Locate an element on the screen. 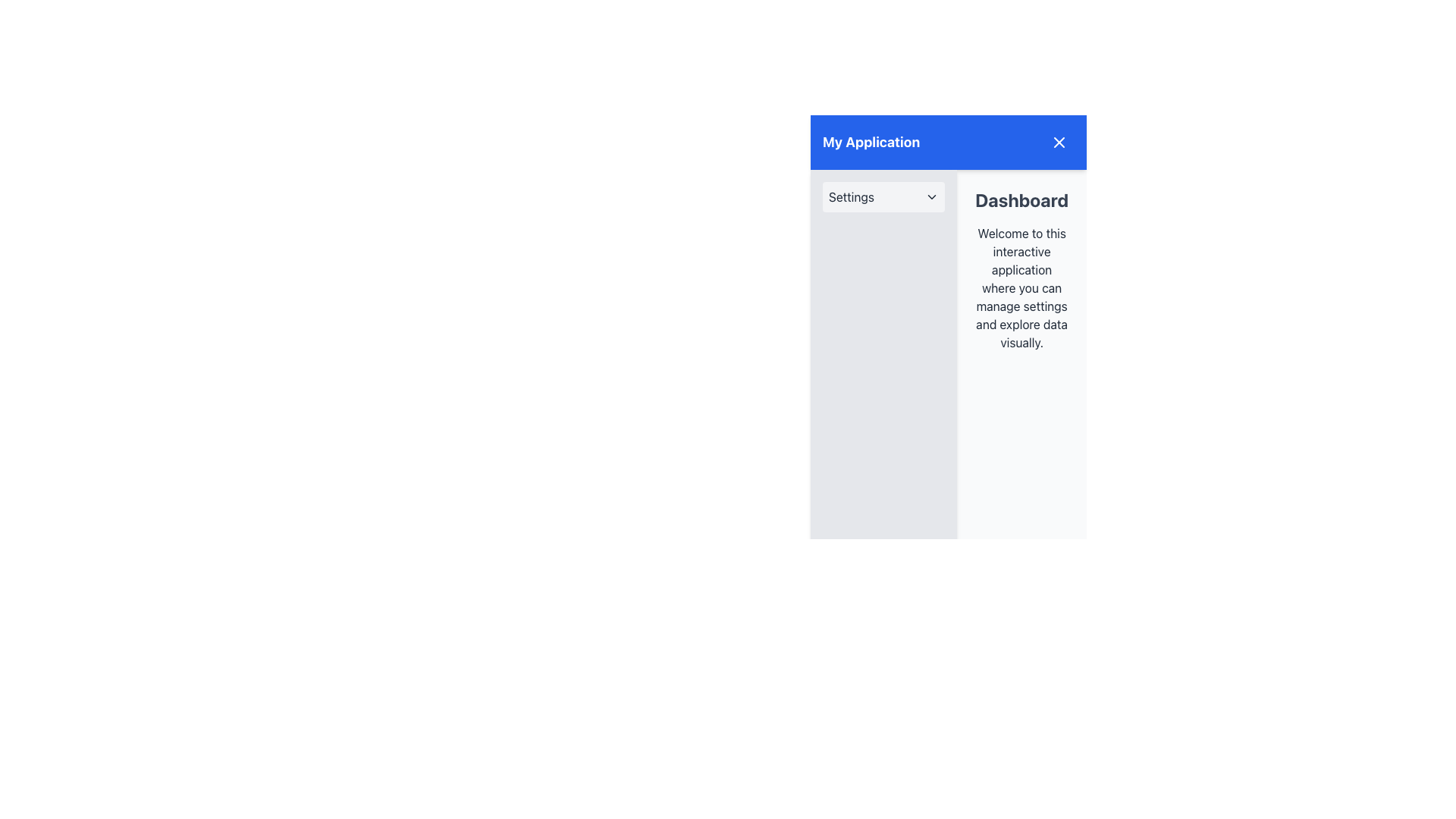 Image resolution: width=1456 pixels, height=819 pixels. the 'Settings' text label located in the left sidebar of the application, which is displayed in a lightly bold font against a light gray background is located at coordinates (852, 196).